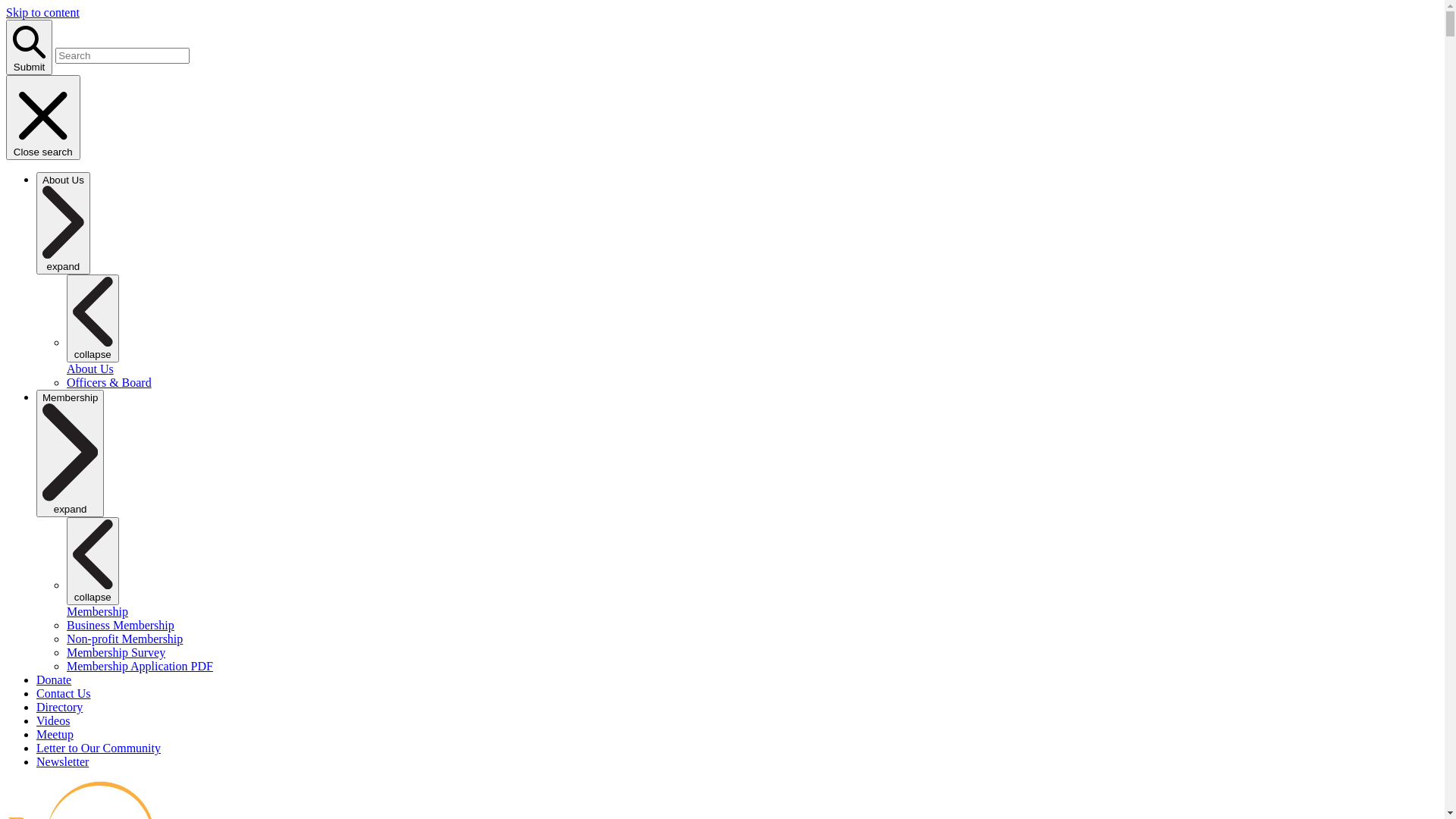  I want to click on 'About Us', so click(89, 369).